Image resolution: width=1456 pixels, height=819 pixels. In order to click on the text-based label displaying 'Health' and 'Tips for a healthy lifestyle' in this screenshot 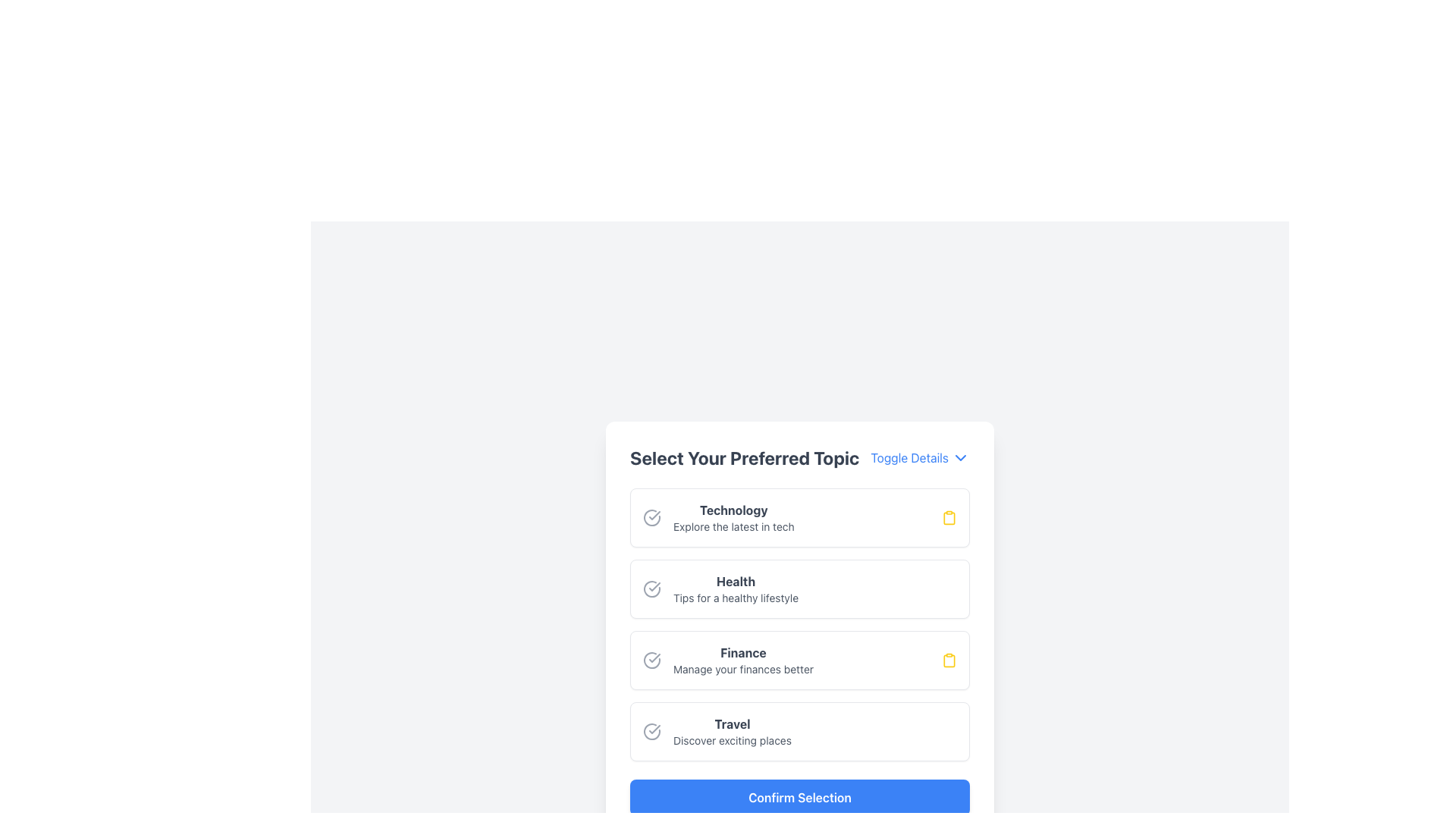, I will do `click(736, 588)`.